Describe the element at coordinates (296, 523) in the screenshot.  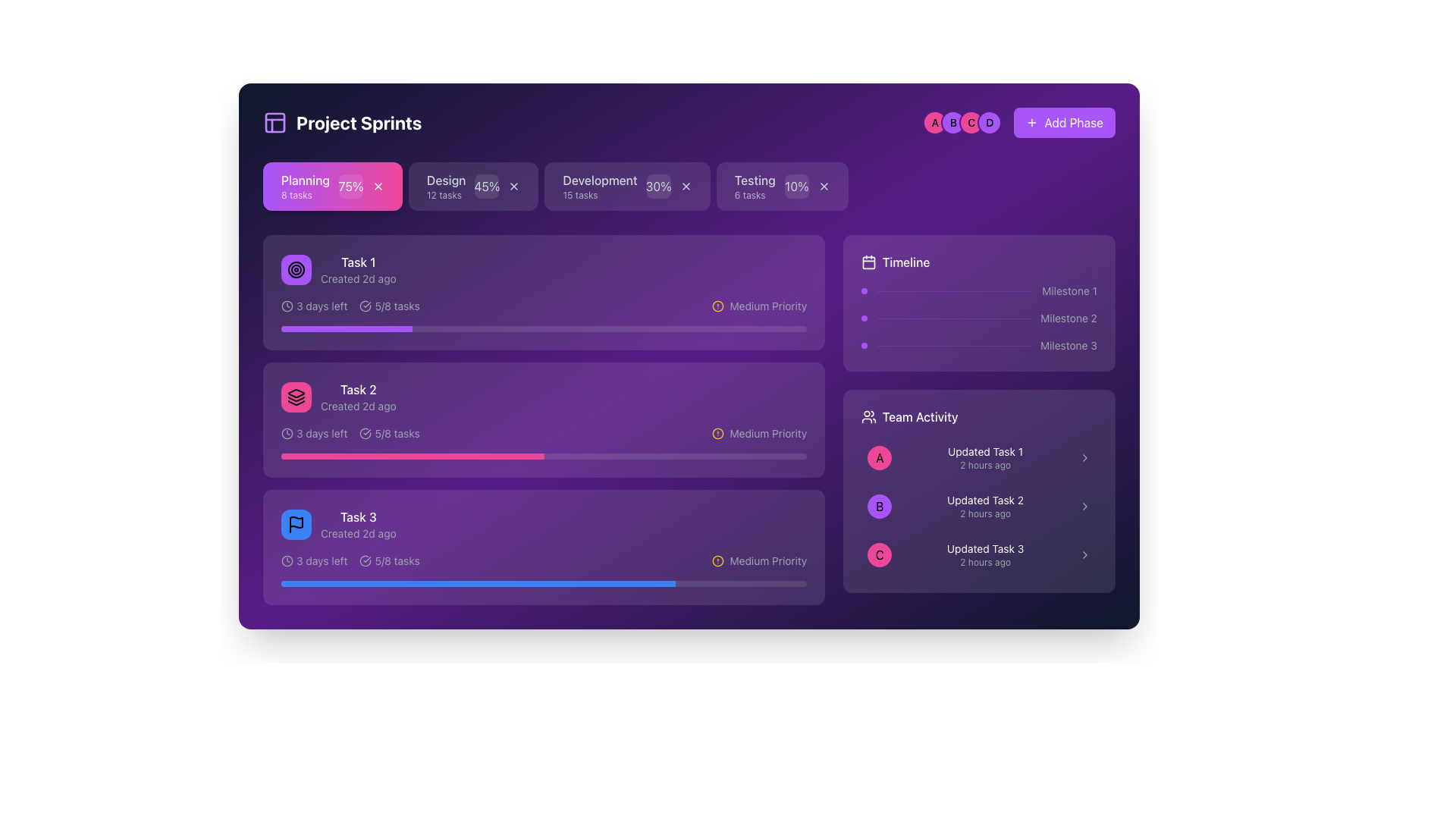
I see `the rounded flag icon with a blue and black color scheme located in the third task card ('Task 3') on the left side of the interface` at that location.